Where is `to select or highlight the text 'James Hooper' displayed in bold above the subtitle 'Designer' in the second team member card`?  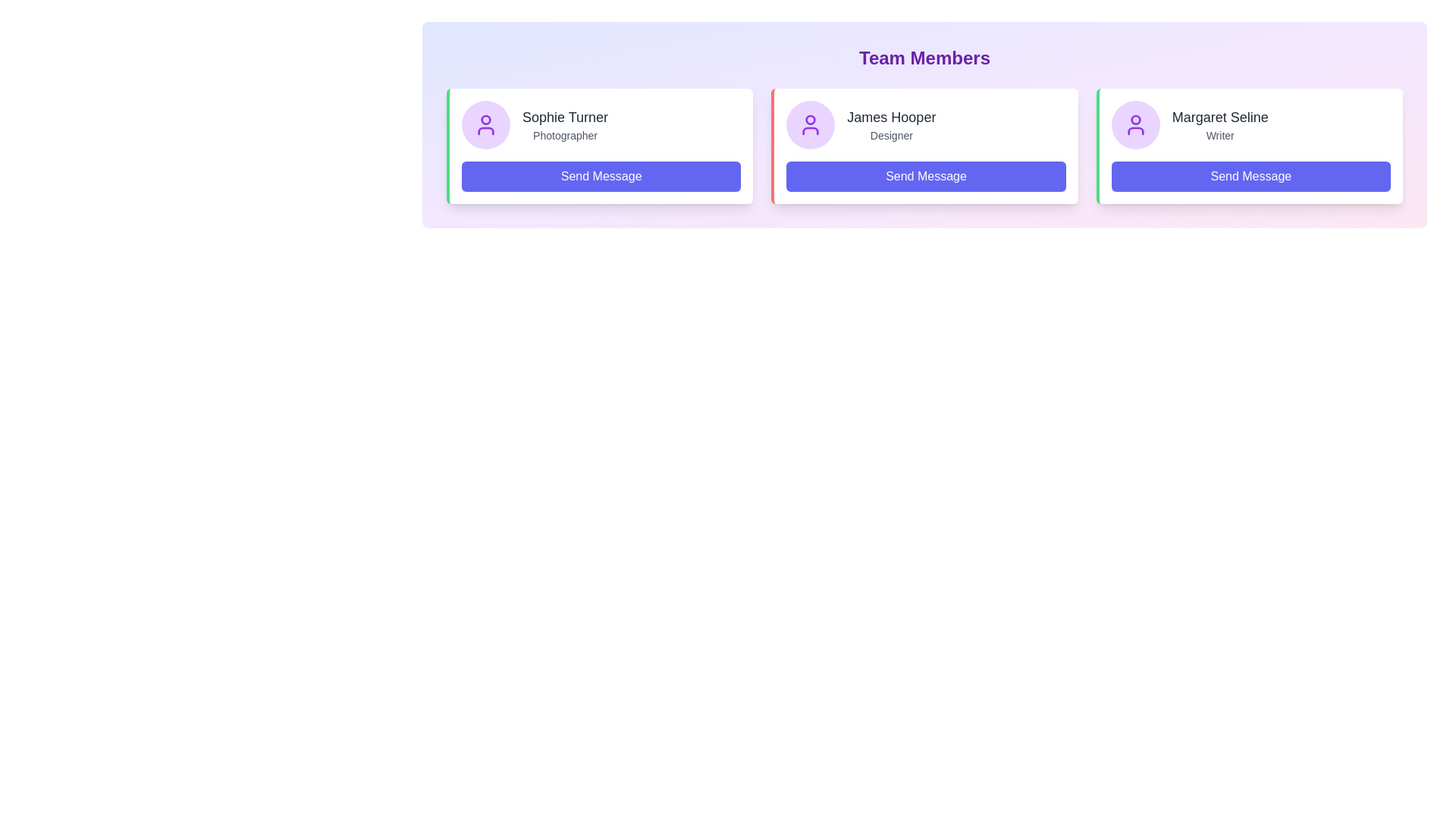
to select or highlight the text 'James Hooper' displayed in bold above the subtitle 'Designer' in the second team member card is located at coordinates (891, 124).